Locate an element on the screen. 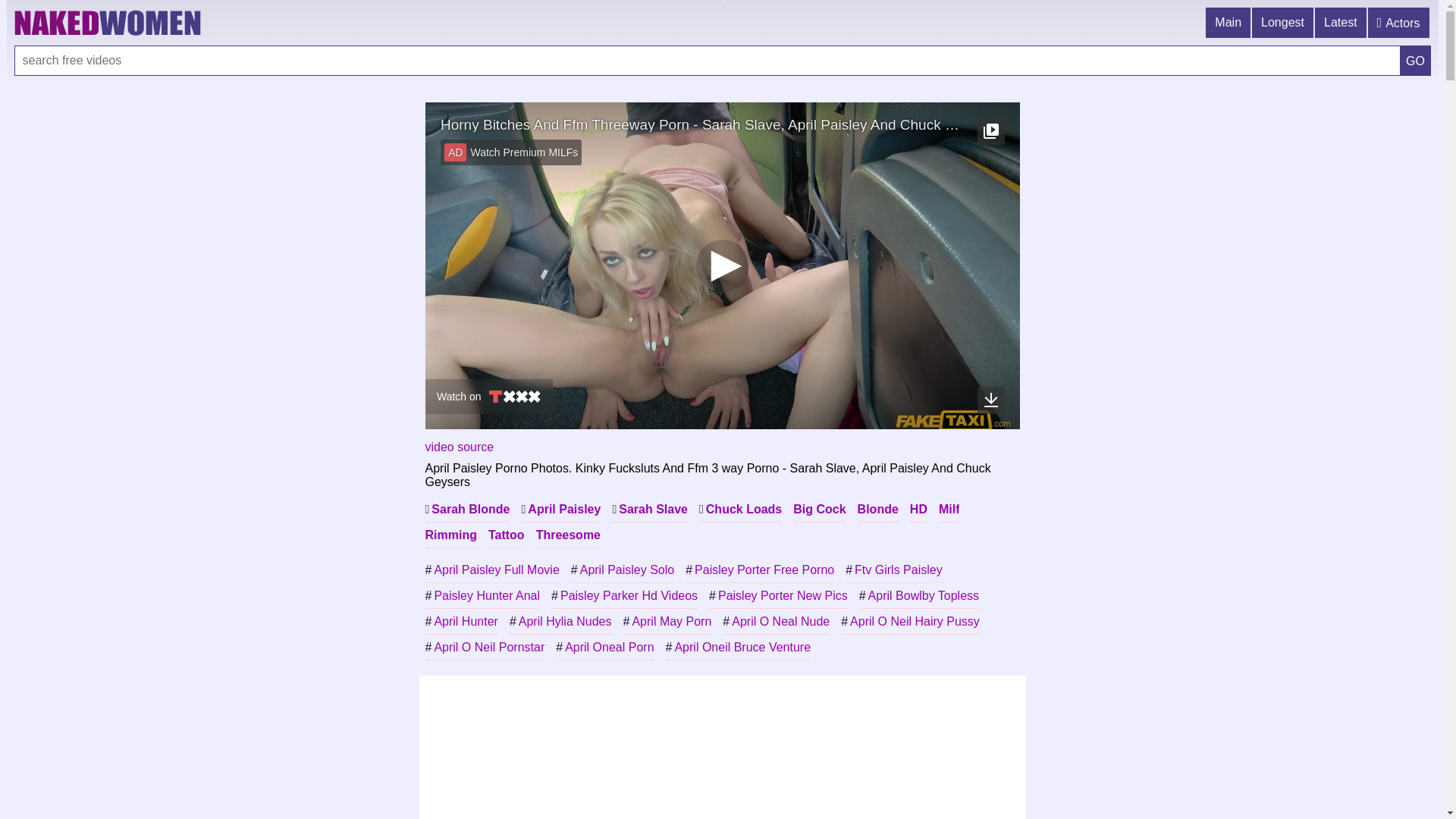 The height and width of the screenshot is (819, 1456). 'Paisley Parker Hd Videos' is located at coordinates (624, 595).